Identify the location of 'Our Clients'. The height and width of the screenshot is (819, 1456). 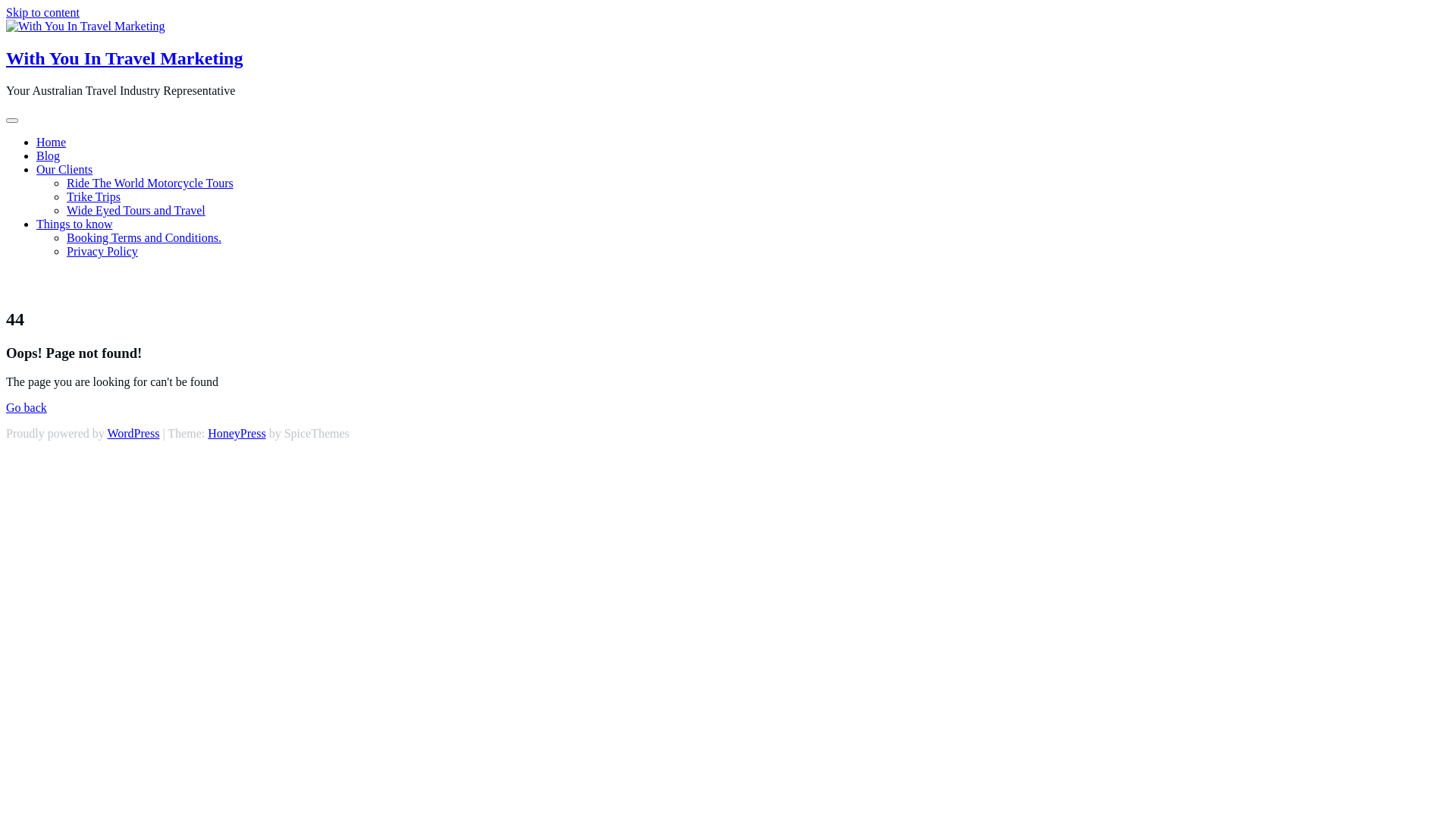
(64, 169).